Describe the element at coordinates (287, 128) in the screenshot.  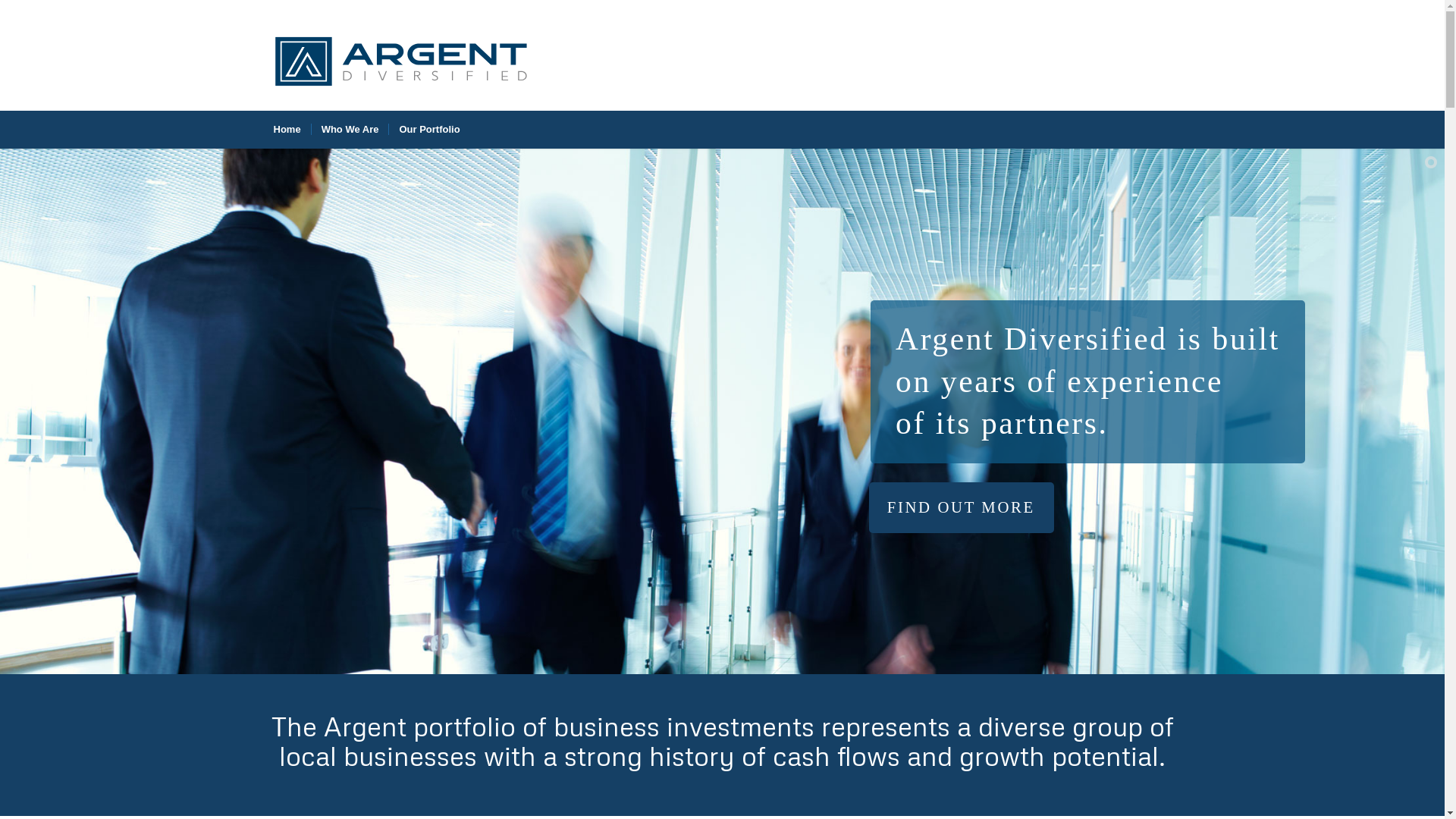
I see `'Home'` at that location.